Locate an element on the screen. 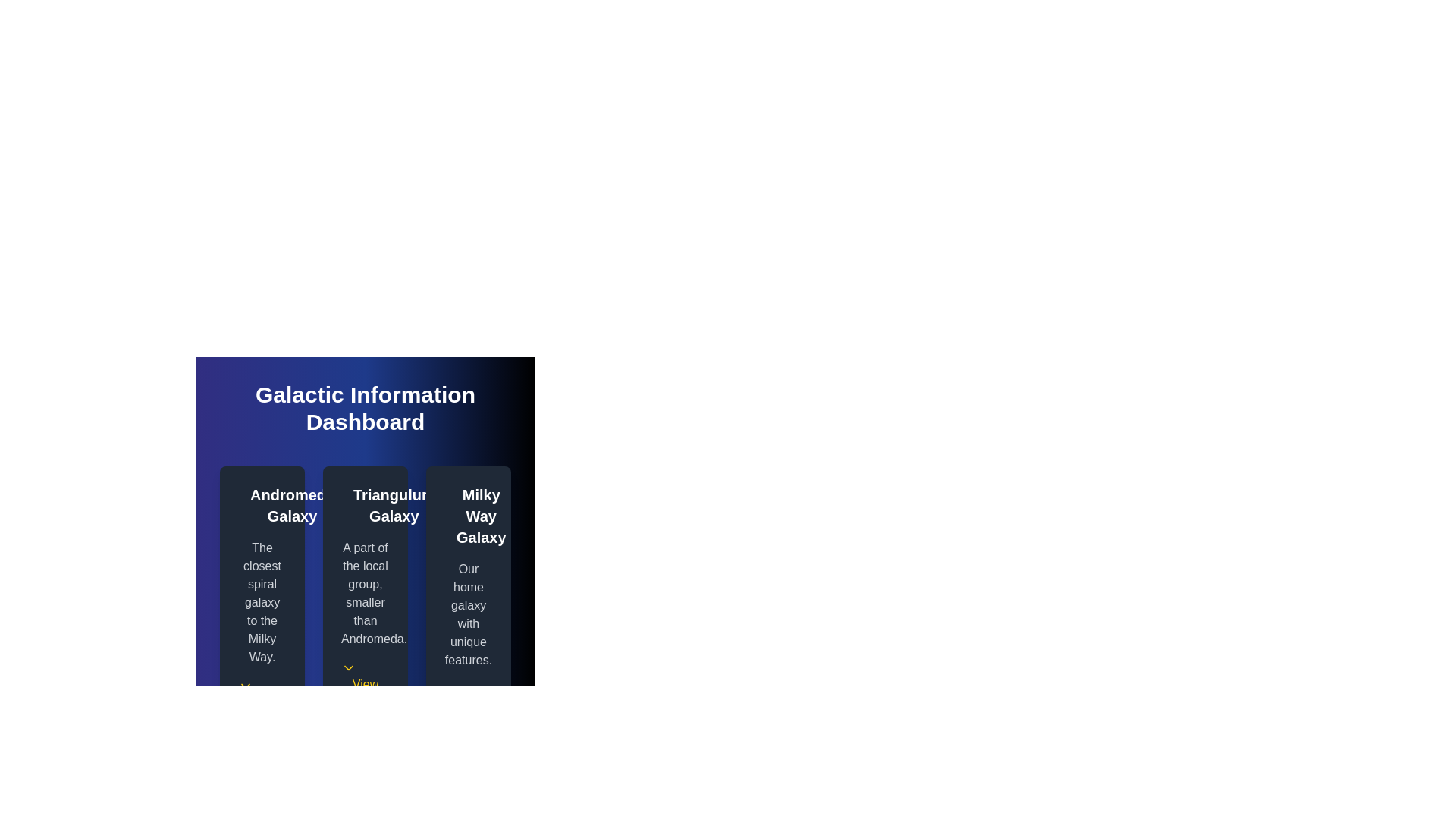 The height and width of the screenshot is (819, 1456). displayed information on the Interactive information card about the Andromeda Galaxy, which is the leftmost card in a grid layout is located at coordinates (262, 607).